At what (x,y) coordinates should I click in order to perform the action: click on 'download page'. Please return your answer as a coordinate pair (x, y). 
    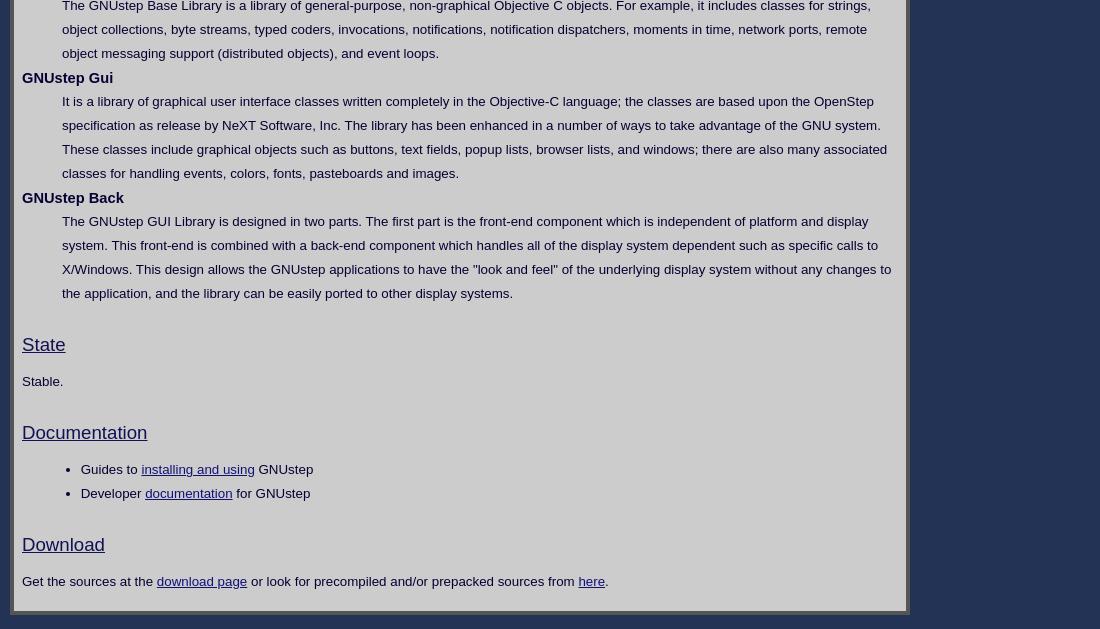
    Looking at the image, I should click on (154, 580).